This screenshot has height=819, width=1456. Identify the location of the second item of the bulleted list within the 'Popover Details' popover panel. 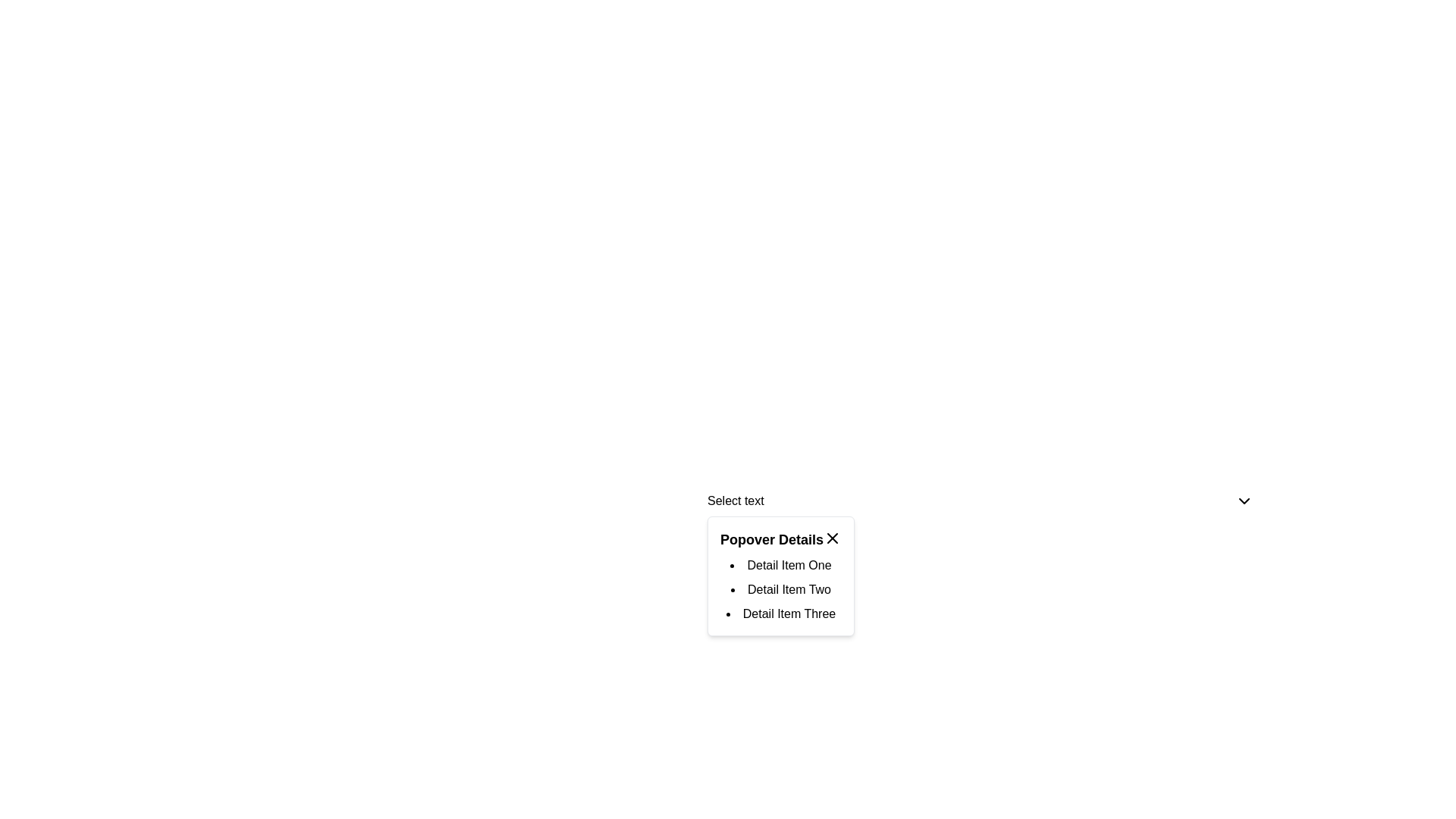
(781, 589).